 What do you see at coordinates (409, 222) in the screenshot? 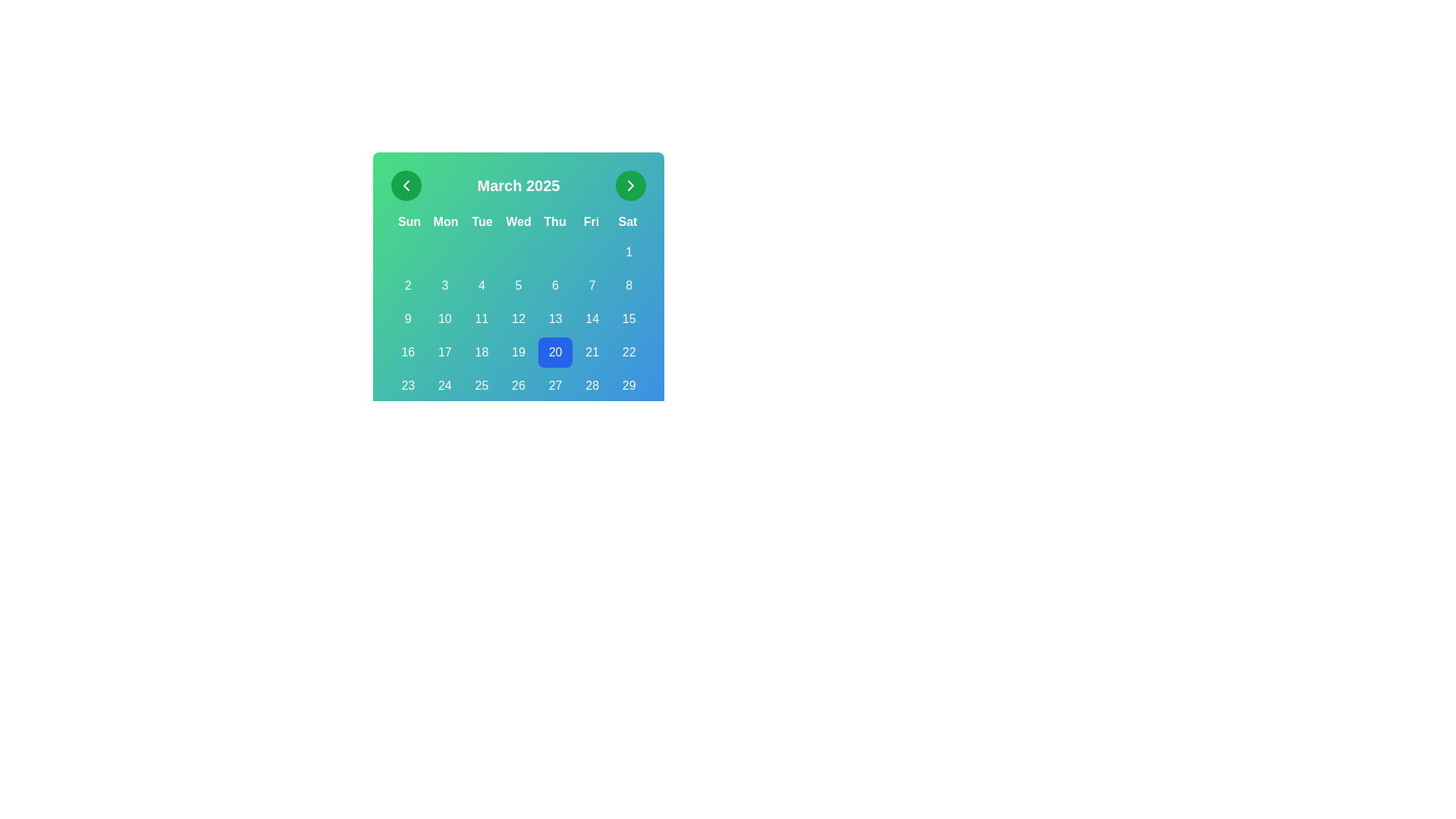
I see `the static text label displaying 'Sun' which represents Sunday in the calendar interface for additional information` at bounding box center [409, 222].